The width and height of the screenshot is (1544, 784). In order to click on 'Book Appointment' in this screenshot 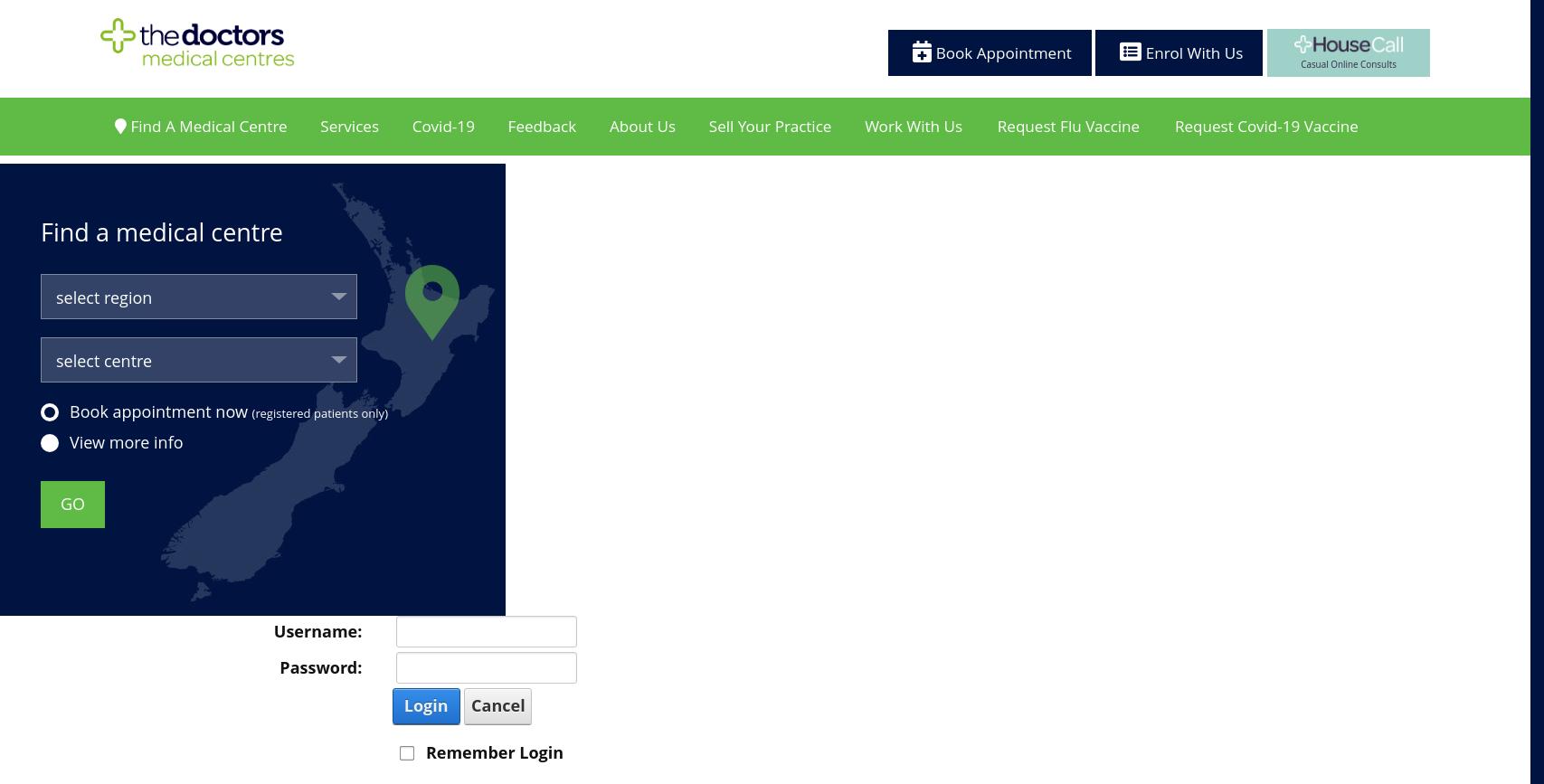, I will do `click(999, 52)`.